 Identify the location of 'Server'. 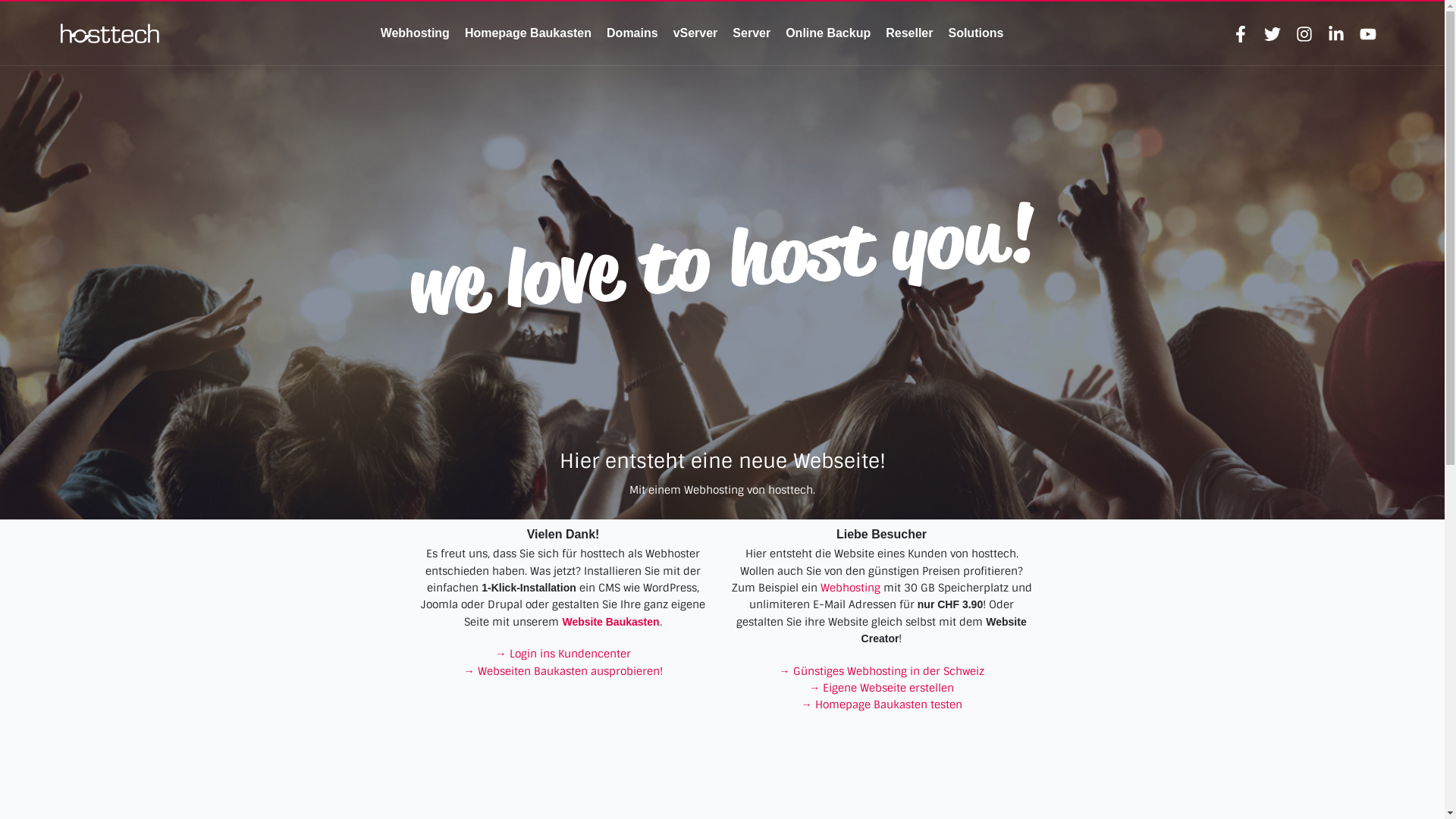
(751, 33).